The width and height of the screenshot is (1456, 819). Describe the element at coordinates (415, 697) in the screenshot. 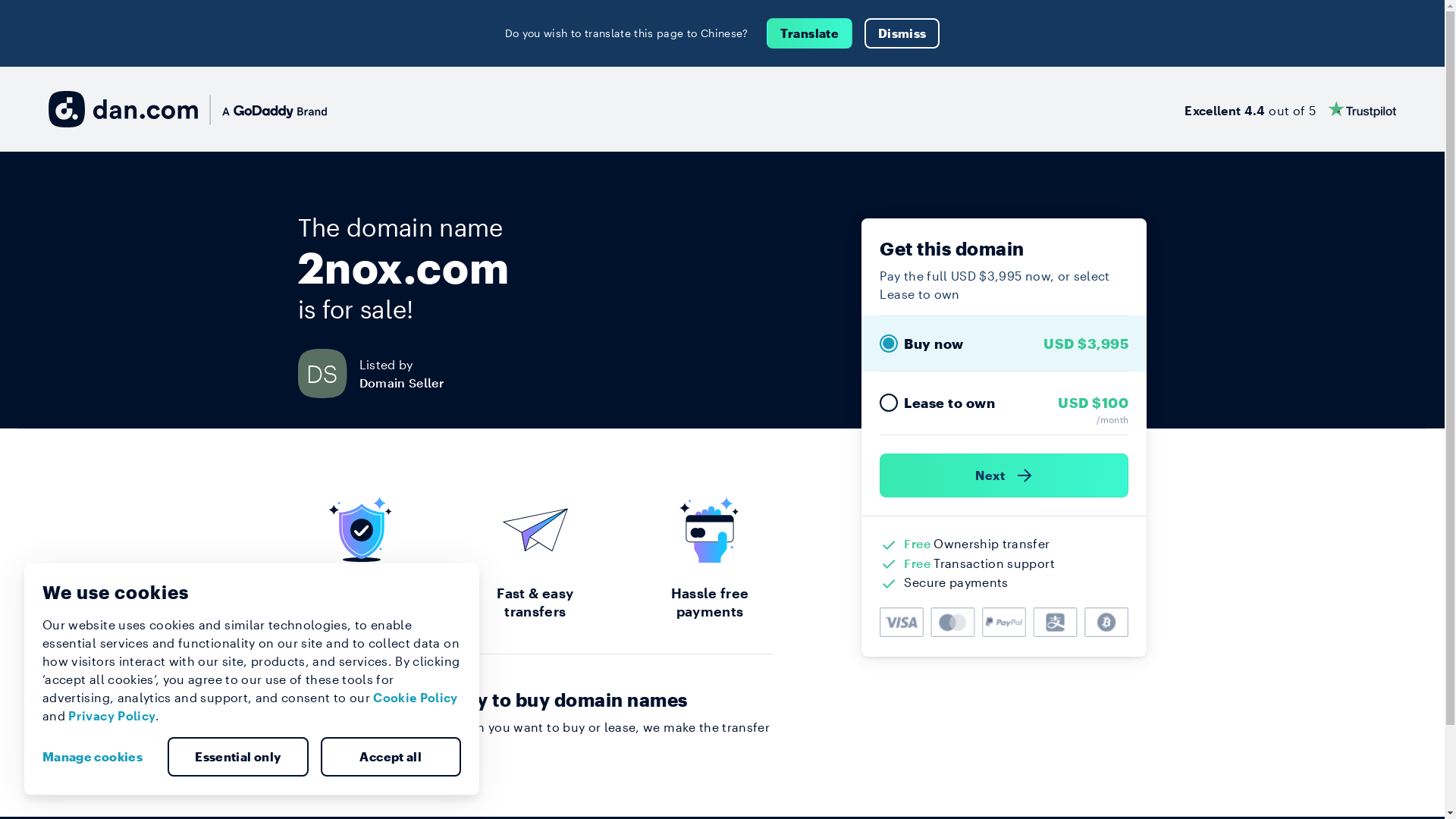

I see `'Cookie Policy'` at that location.